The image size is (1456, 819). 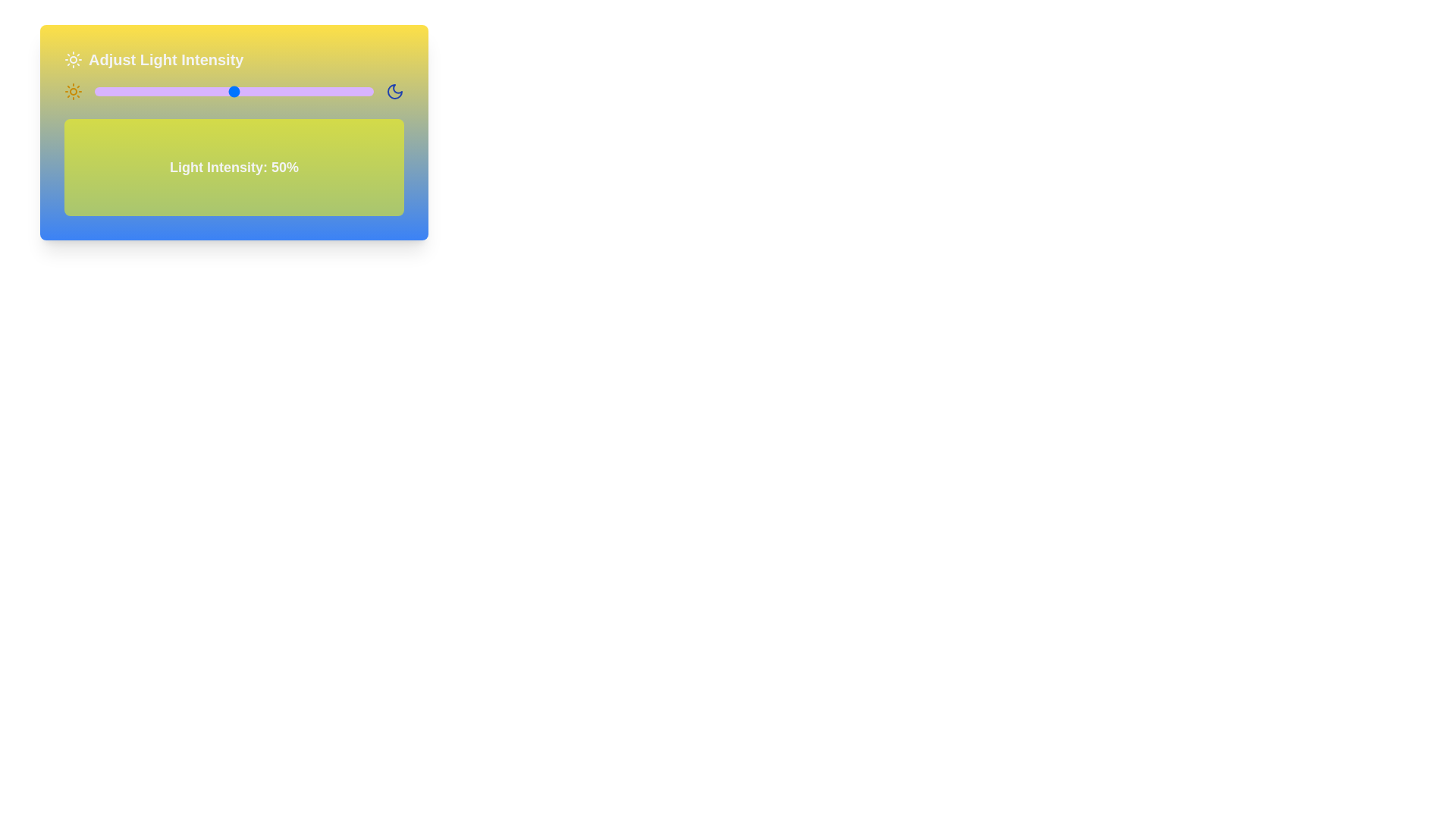 I want to click on the light intensity slider to 9% to observe the corresponding background changes, so click(x=119, y=91).